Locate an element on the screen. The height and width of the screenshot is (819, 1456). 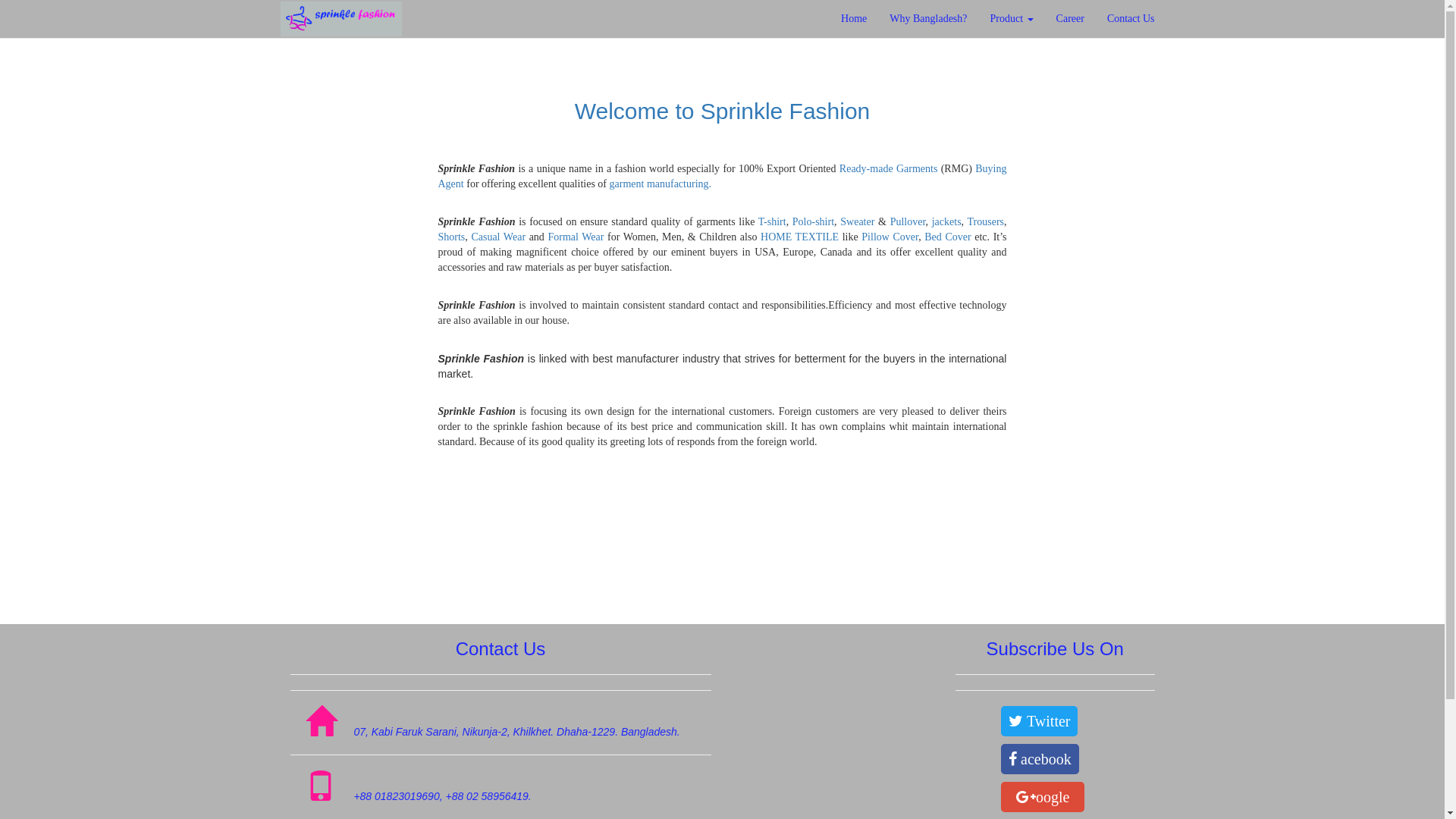
'Shorts' is located at coordinates (450, 237).